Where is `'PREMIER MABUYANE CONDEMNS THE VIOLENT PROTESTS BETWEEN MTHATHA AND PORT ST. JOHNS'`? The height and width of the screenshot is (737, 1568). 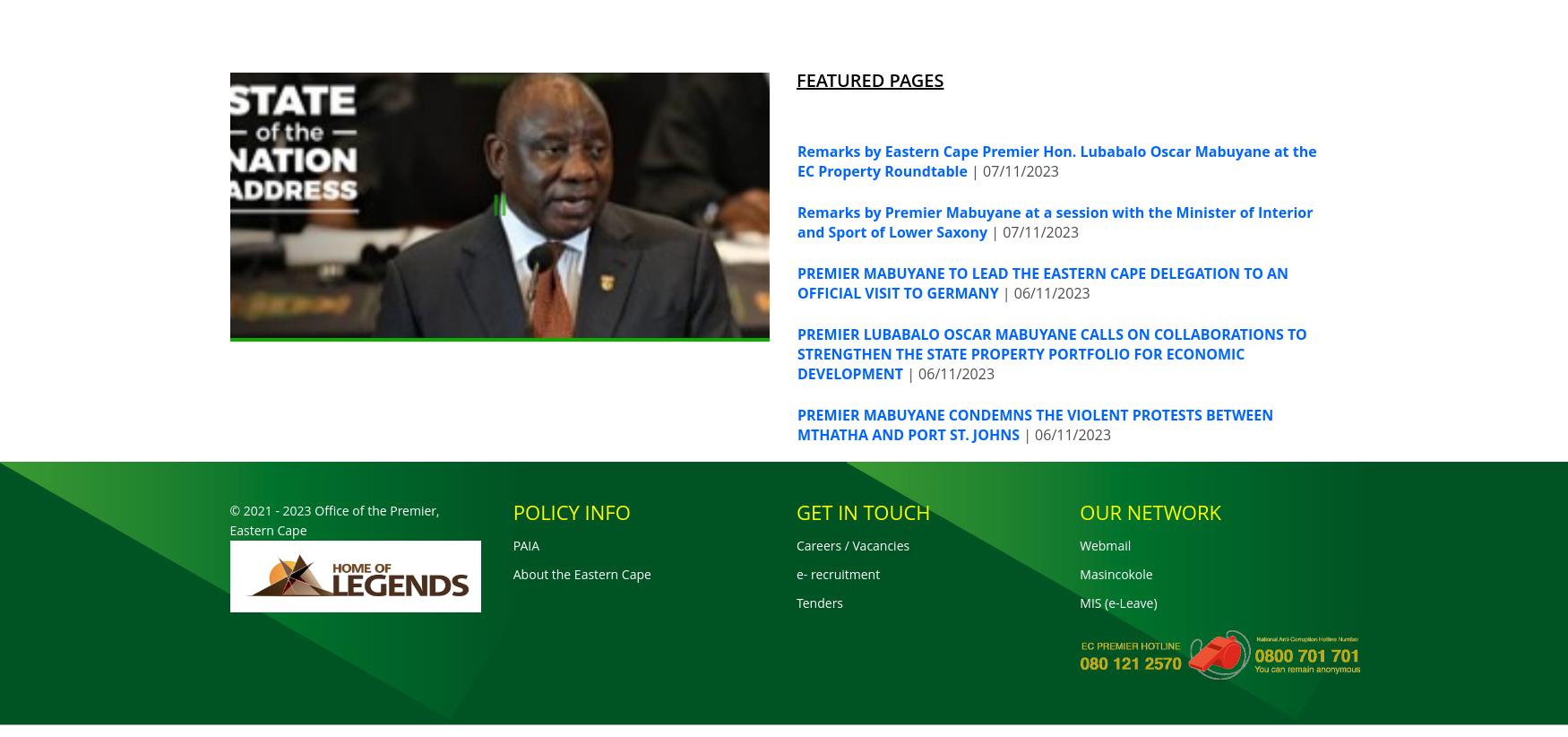 'PREMIER MABUYANE CONDEMNS THE VIOLENT PROTESTS BETWEEN MTHATHA AND PORT ST. JOHNS' is located at coordinates (1034, 423).